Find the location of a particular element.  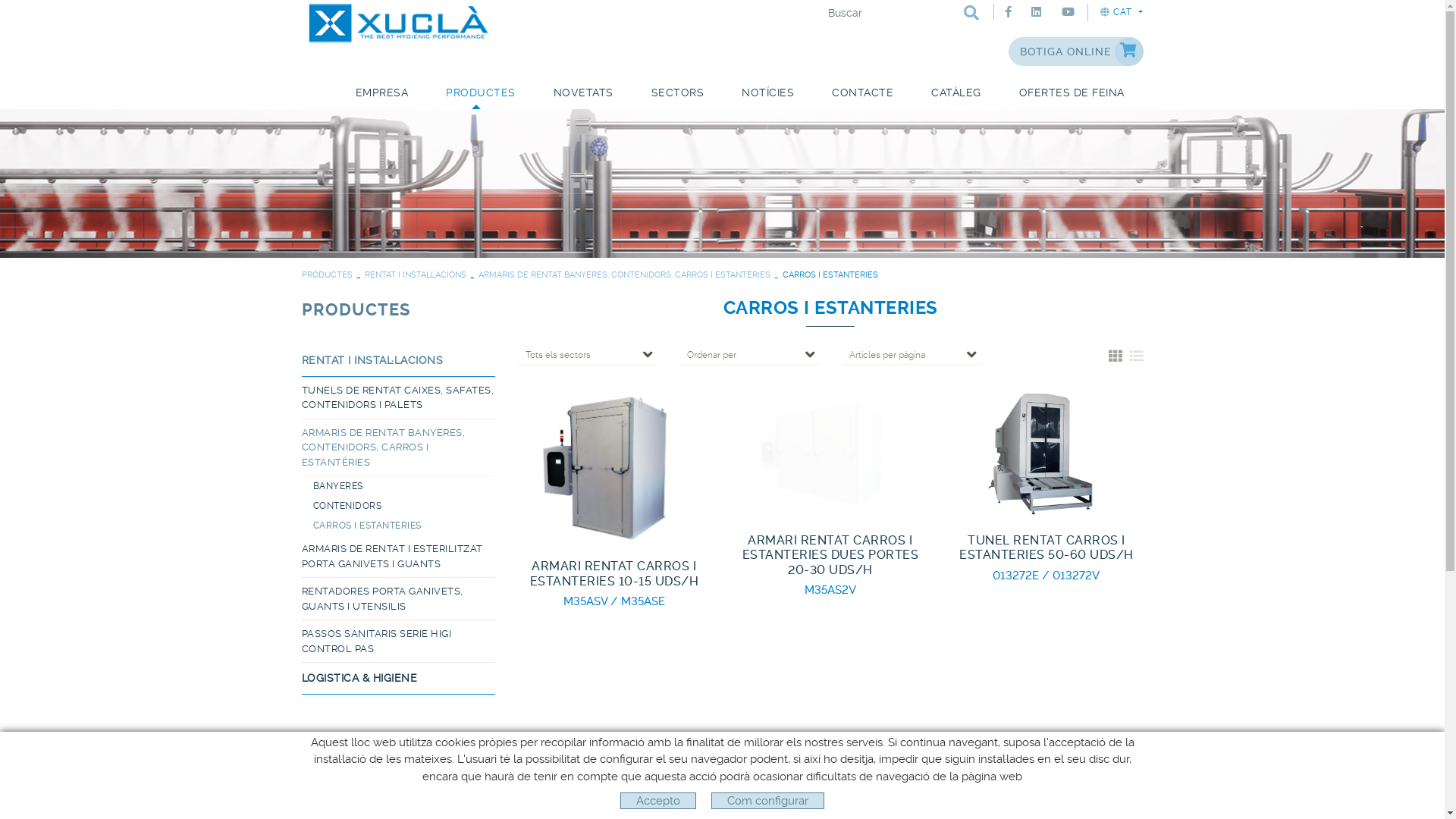

'CAT' is located at coordinates (1121, 11).